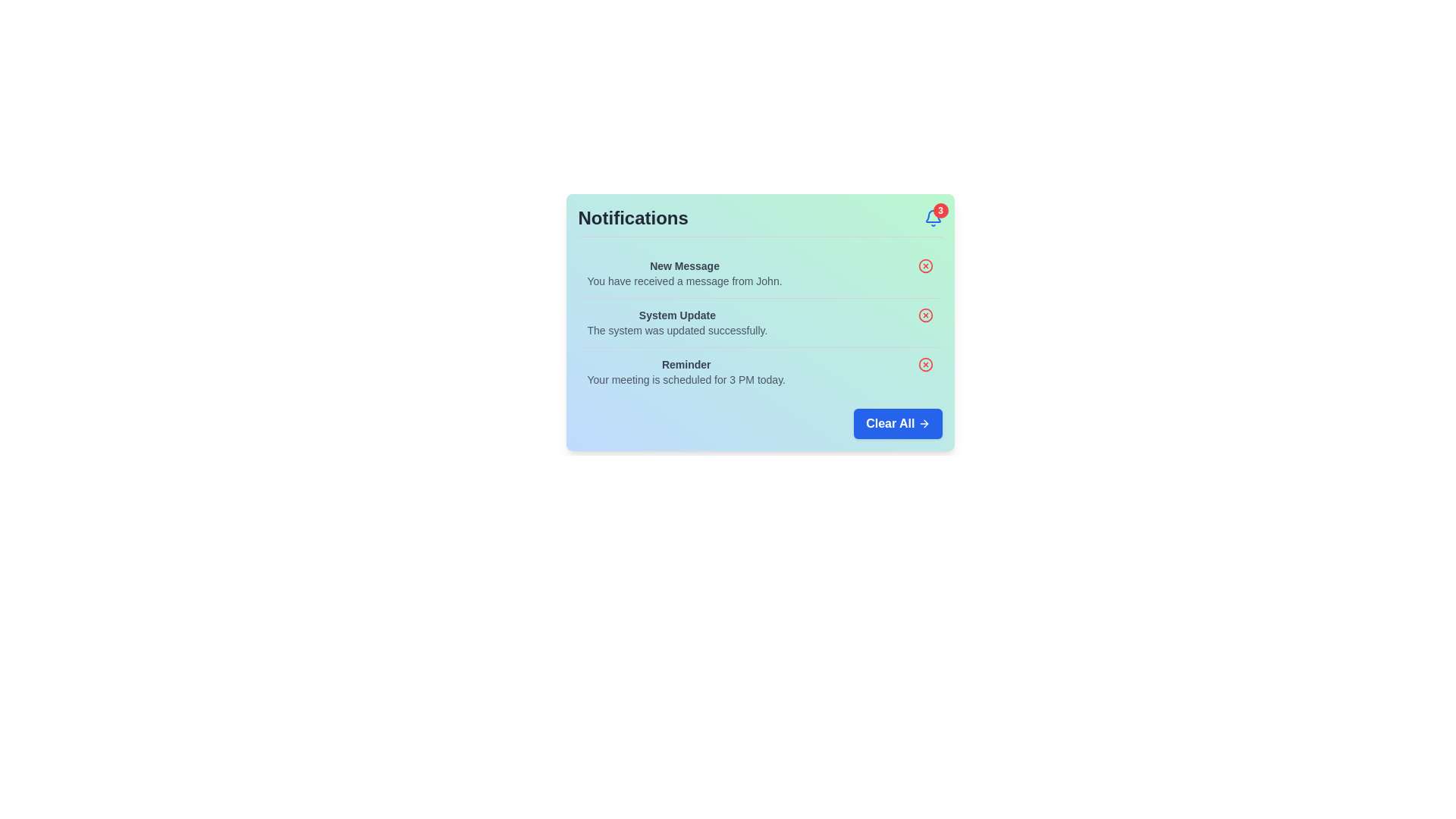  What do you see at coordinates (686, 372) in the screenshot?
I see `the 'Reminder' text block element that displays the message 'Your meeting is scheduled for 3 PM today.'` at bounding box center [686, 372].